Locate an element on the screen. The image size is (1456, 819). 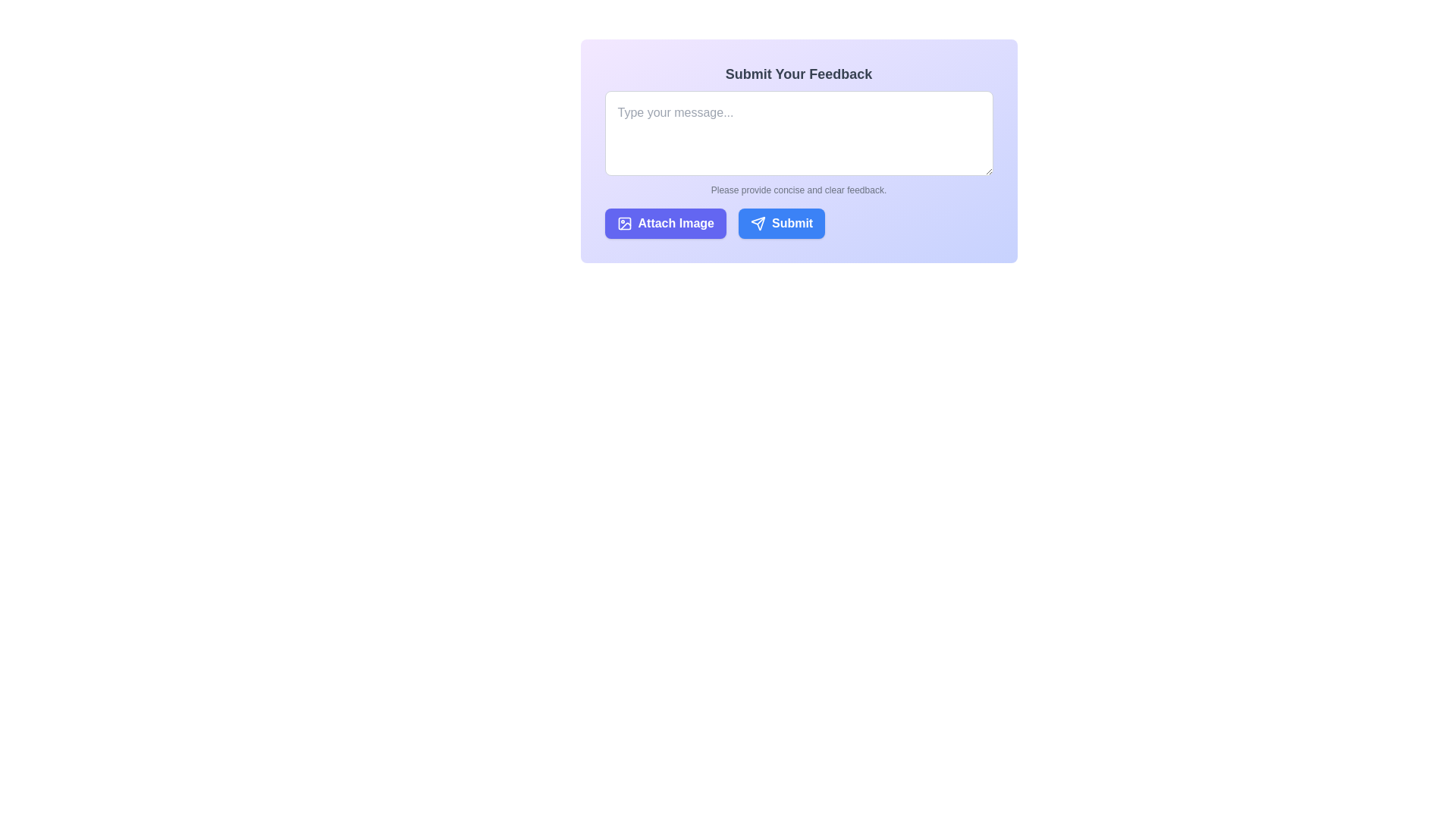
the bold dark gray text label reading 'Submit Your Feedback' positioned at the top of the user feedback form is located at coordinates (798, 74).